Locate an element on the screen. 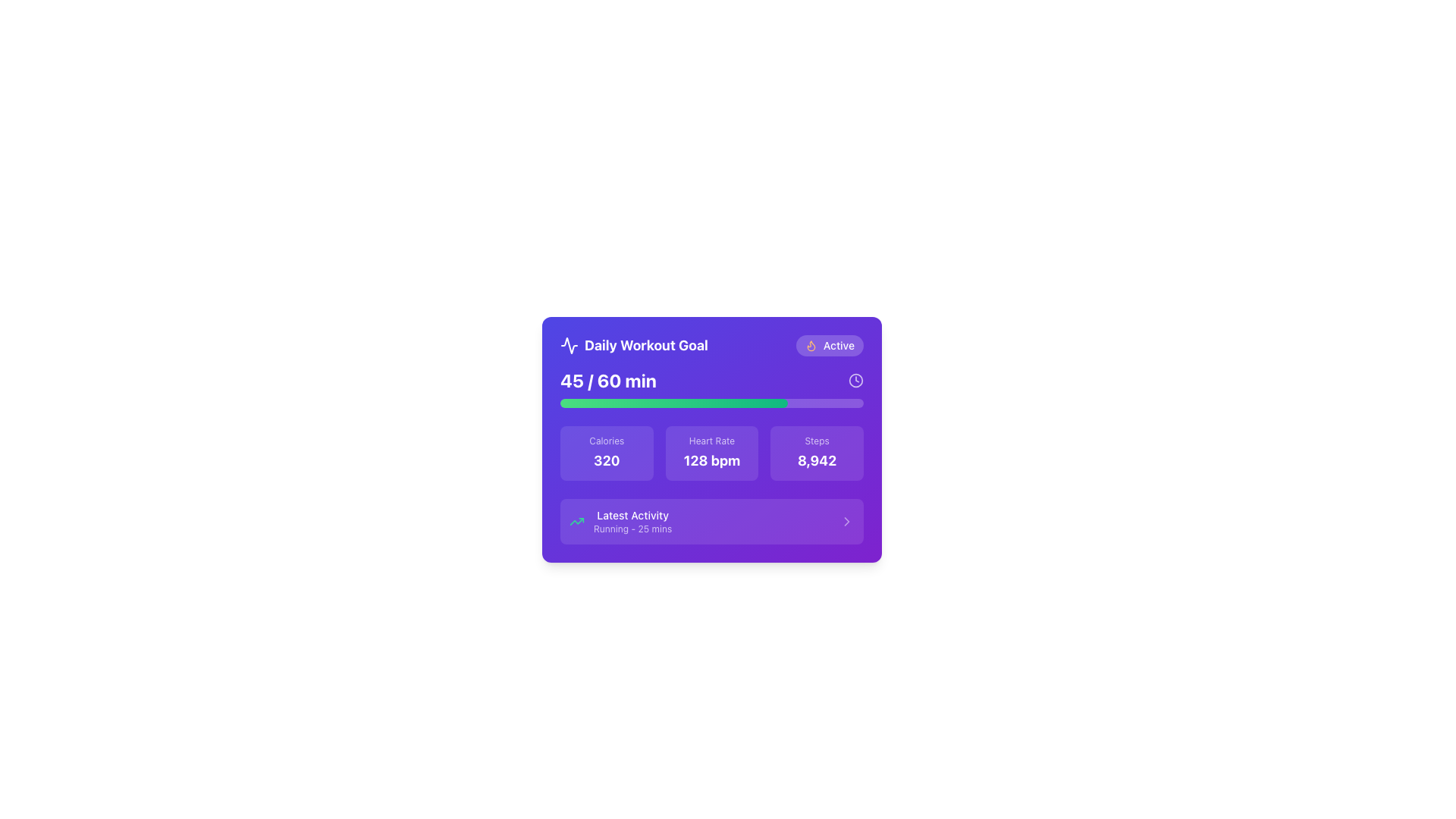 The width and height of the screenshot is (1456, 819). displayed information from the 'Latest Activity' text block, which is located in the bottom-left quadrant of a purple card, featuring an upwards trending green arrow icon on the left is located at coordinates (620, 520).